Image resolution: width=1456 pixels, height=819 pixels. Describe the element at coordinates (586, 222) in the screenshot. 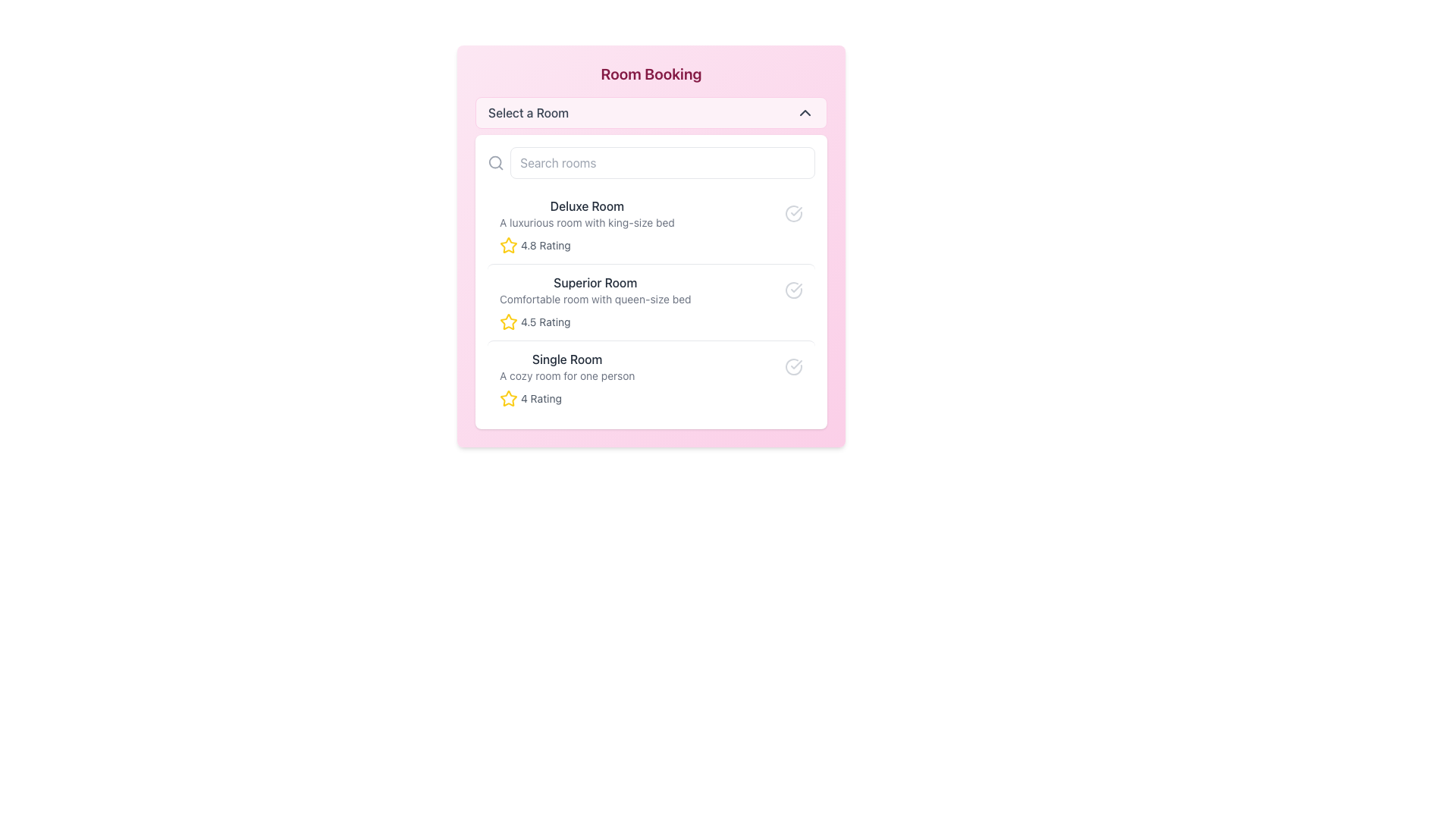

I see `text label that describes the room, which states 'A luxurious room with king-size bed', positioned below the title 'Deluxe Room'` at that location.